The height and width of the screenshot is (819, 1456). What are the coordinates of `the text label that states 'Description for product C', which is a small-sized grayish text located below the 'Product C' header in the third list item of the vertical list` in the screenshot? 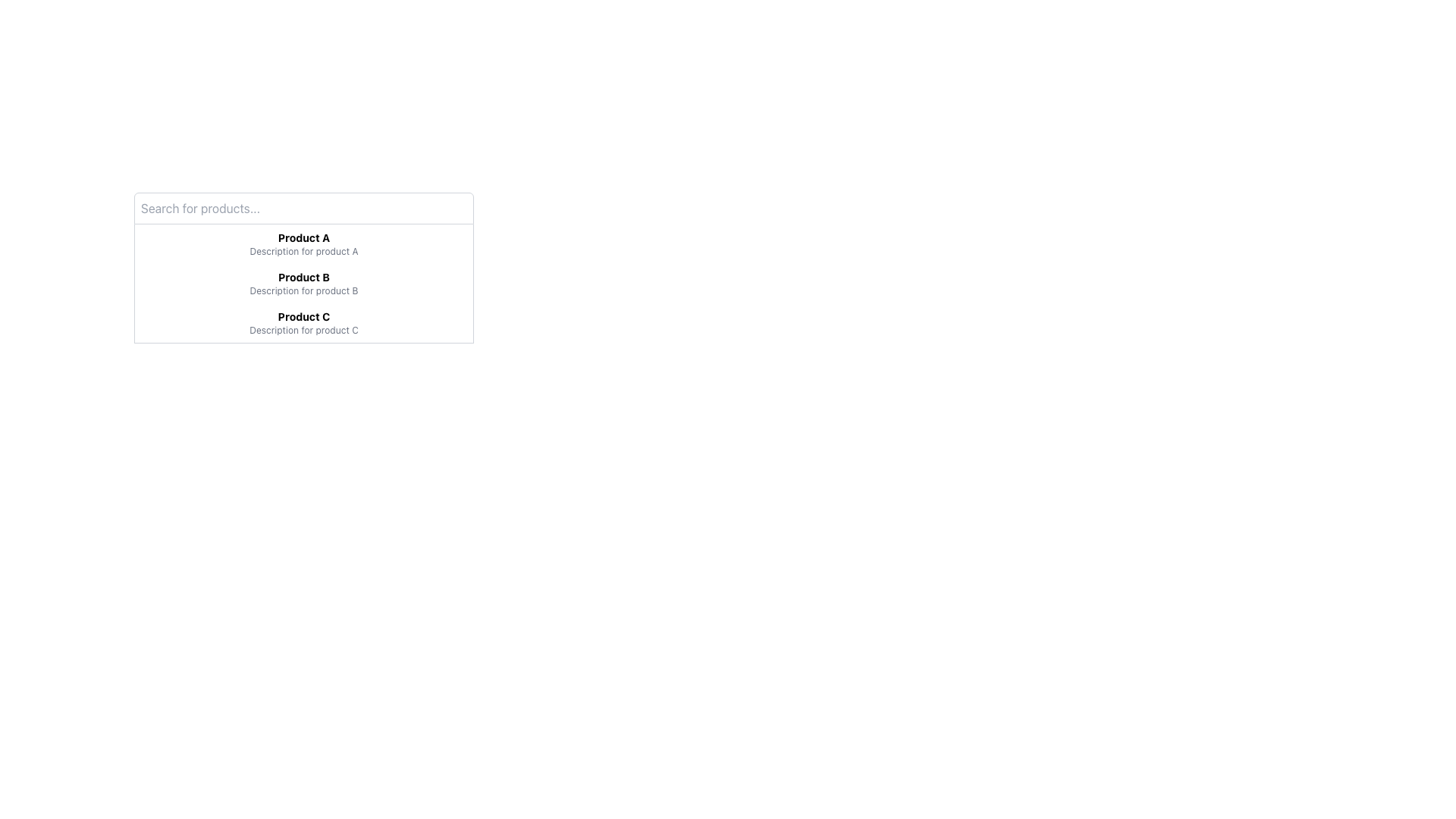 It's located at (303, 329).